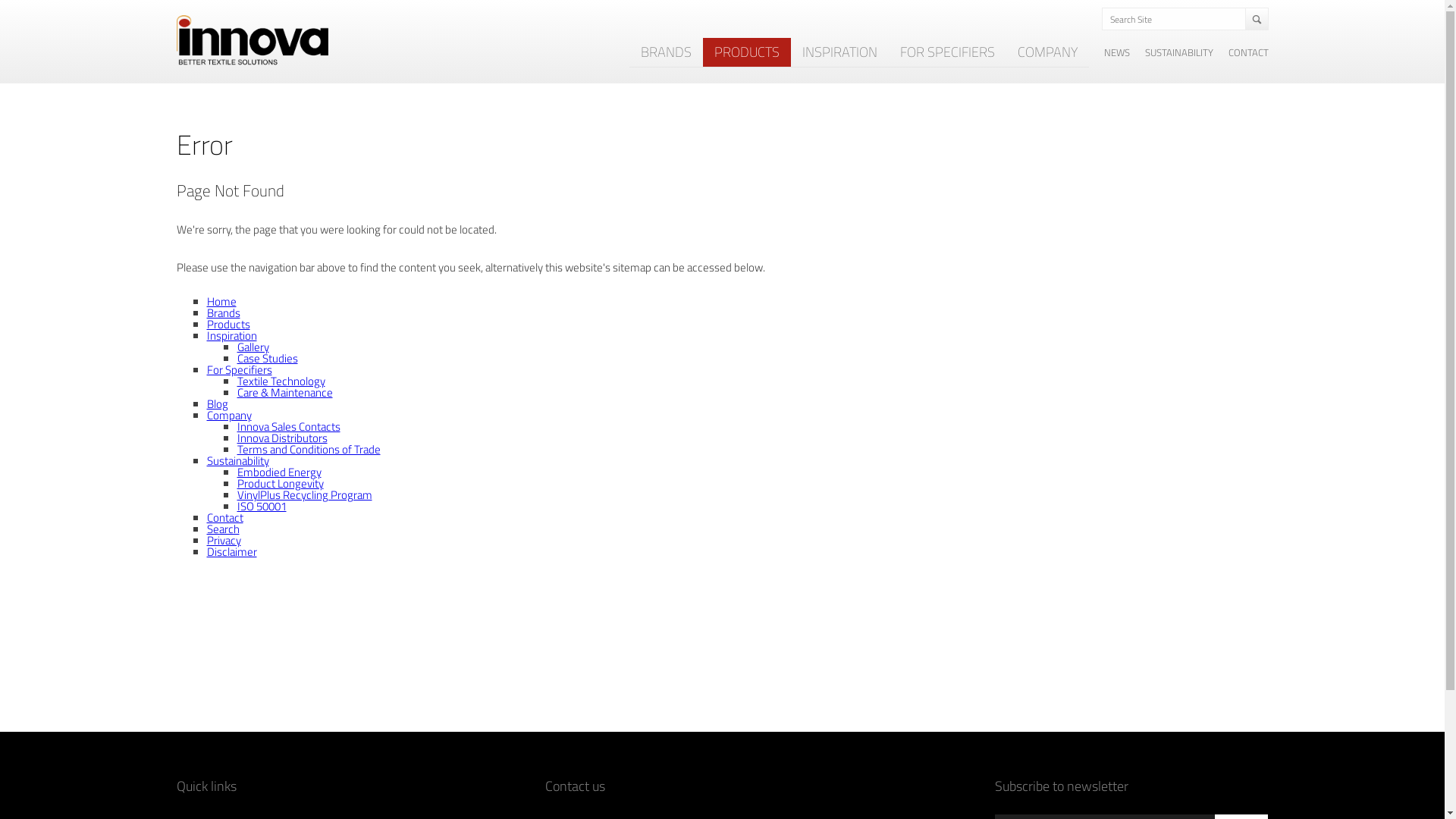 This screenshot has width=1456, height=819. I want to click on 'Sustainability', so click(236, 460).